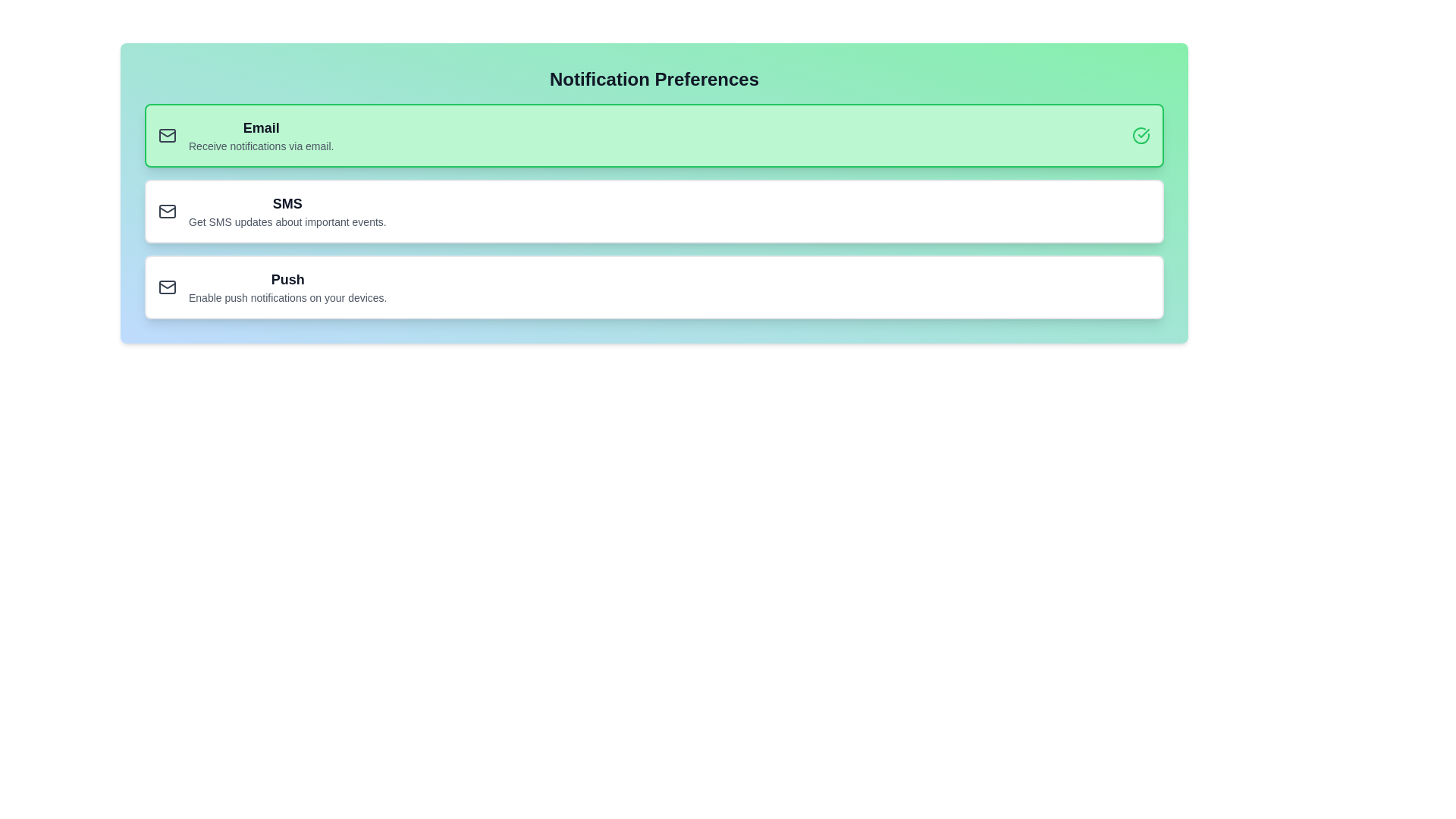  I want to click on the inner triangular line at the bottom folding edge of the envelope icon, located to the left of the 'Email' text in the first notification preference row, so click(167, 133).